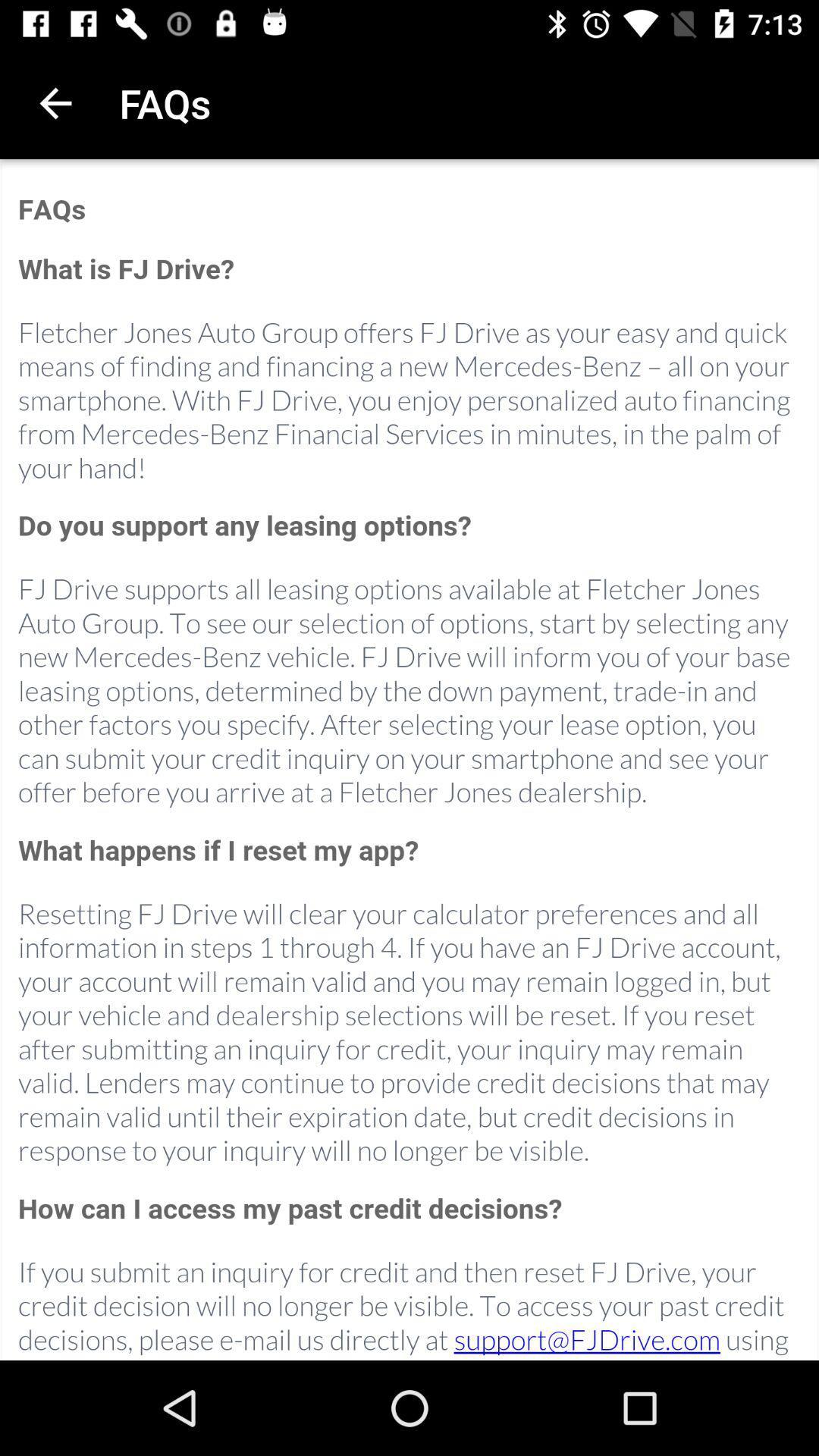 The image size is (819, 1456). Describe the element at coordinates (409, 761) in the screenshot. I see `main page` at that location.